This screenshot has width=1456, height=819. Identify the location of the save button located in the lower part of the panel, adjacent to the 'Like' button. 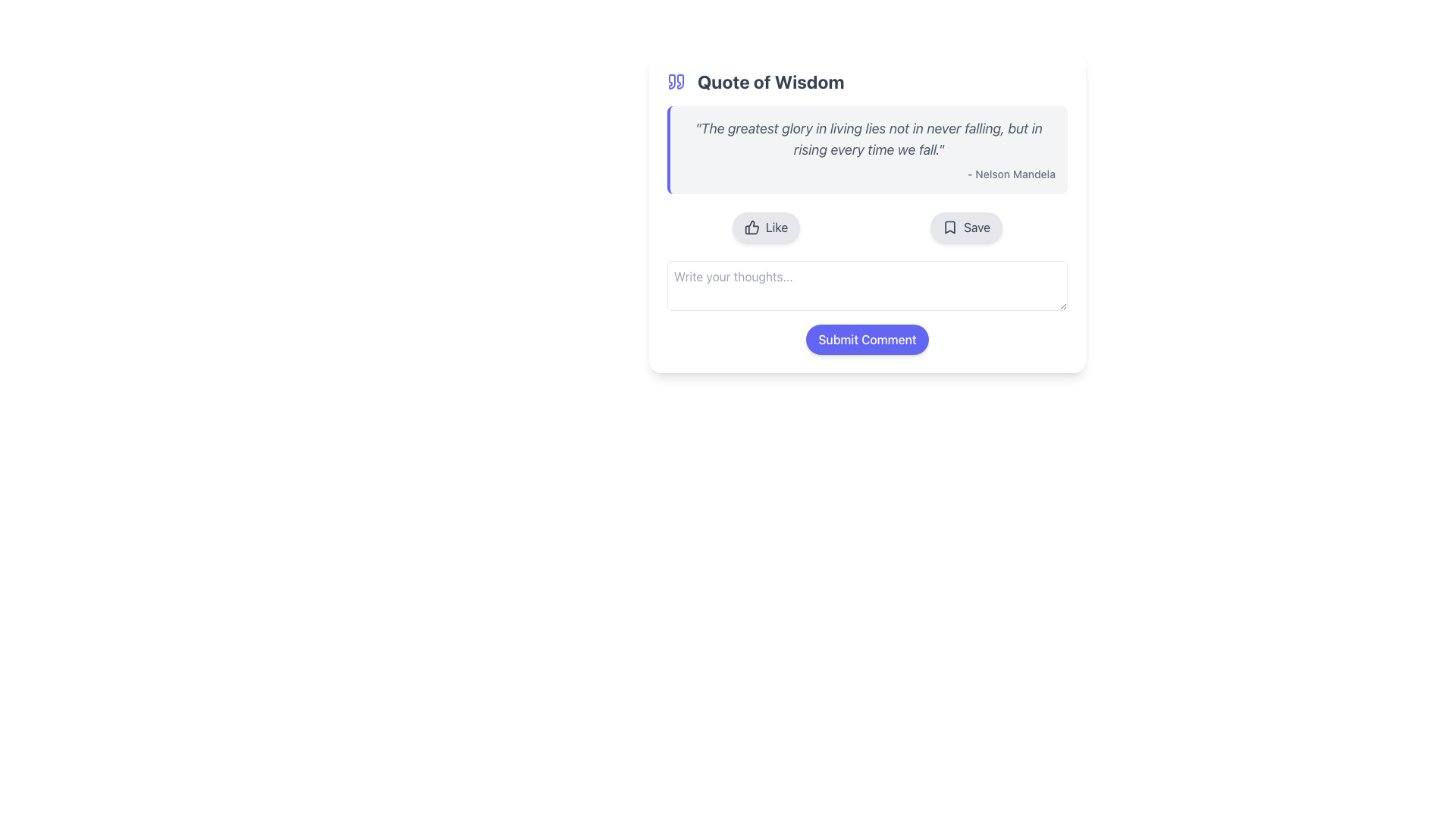
(965, 227).